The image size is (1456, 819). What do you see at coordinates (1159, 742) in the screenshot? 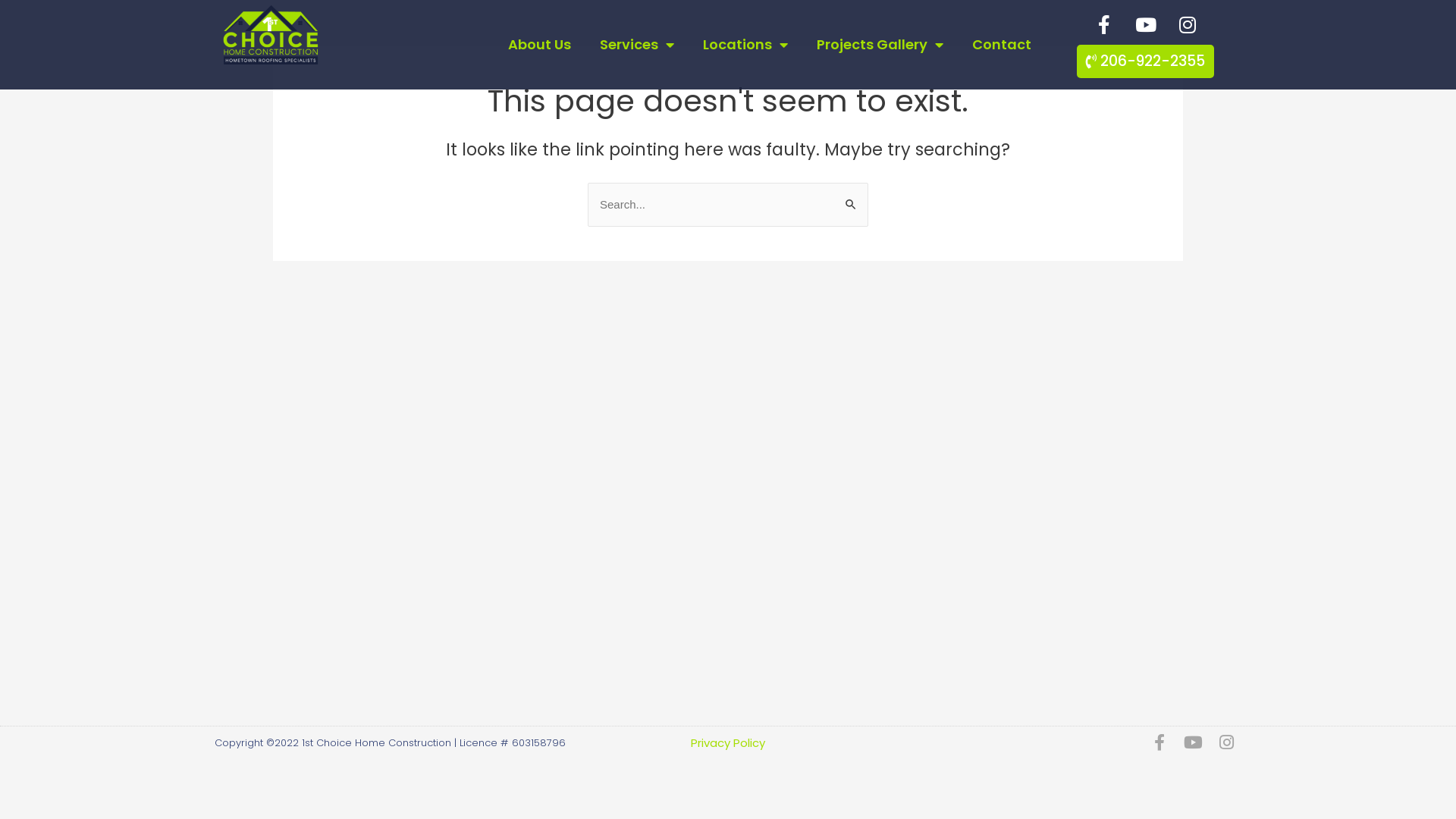
I see `'Facebook-f'` at bounding box center [1159, 742].